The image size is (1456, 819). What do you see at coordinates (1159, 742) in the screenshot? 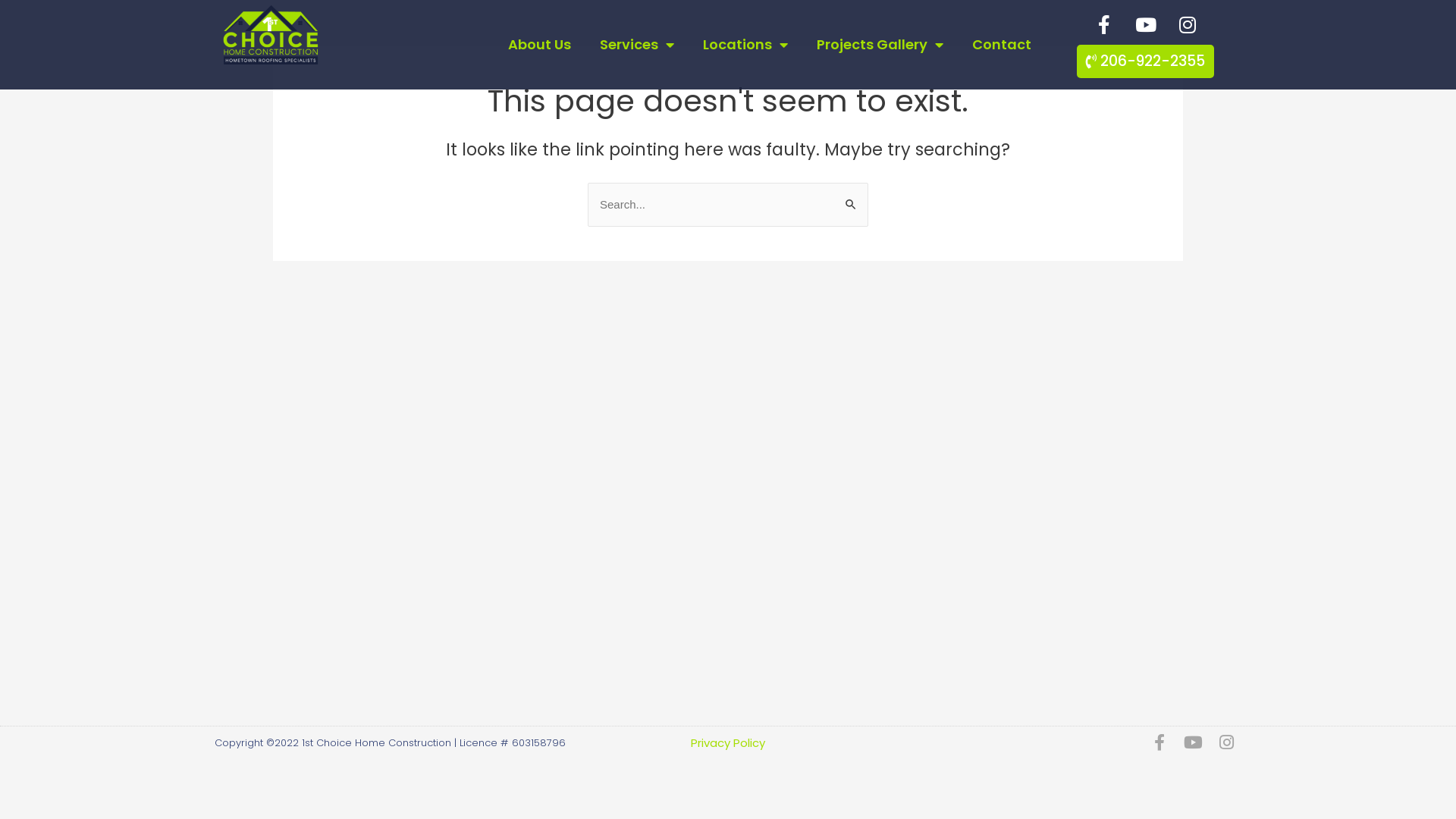
I see `'Facebook-f'` at bounding box center [1159, 742].